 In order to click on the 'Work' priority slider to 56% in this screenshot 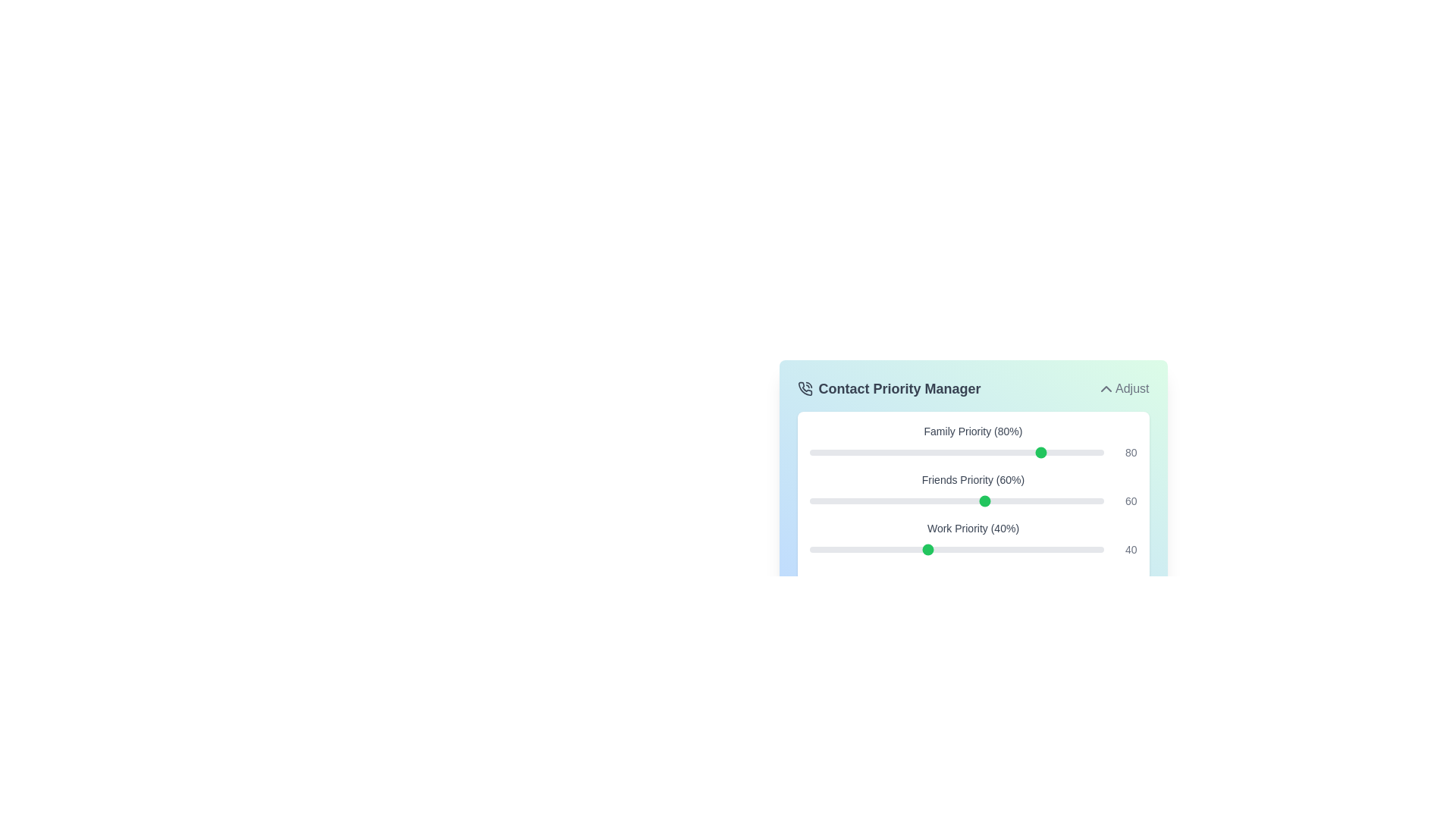, I will do `click(974, 550)`.